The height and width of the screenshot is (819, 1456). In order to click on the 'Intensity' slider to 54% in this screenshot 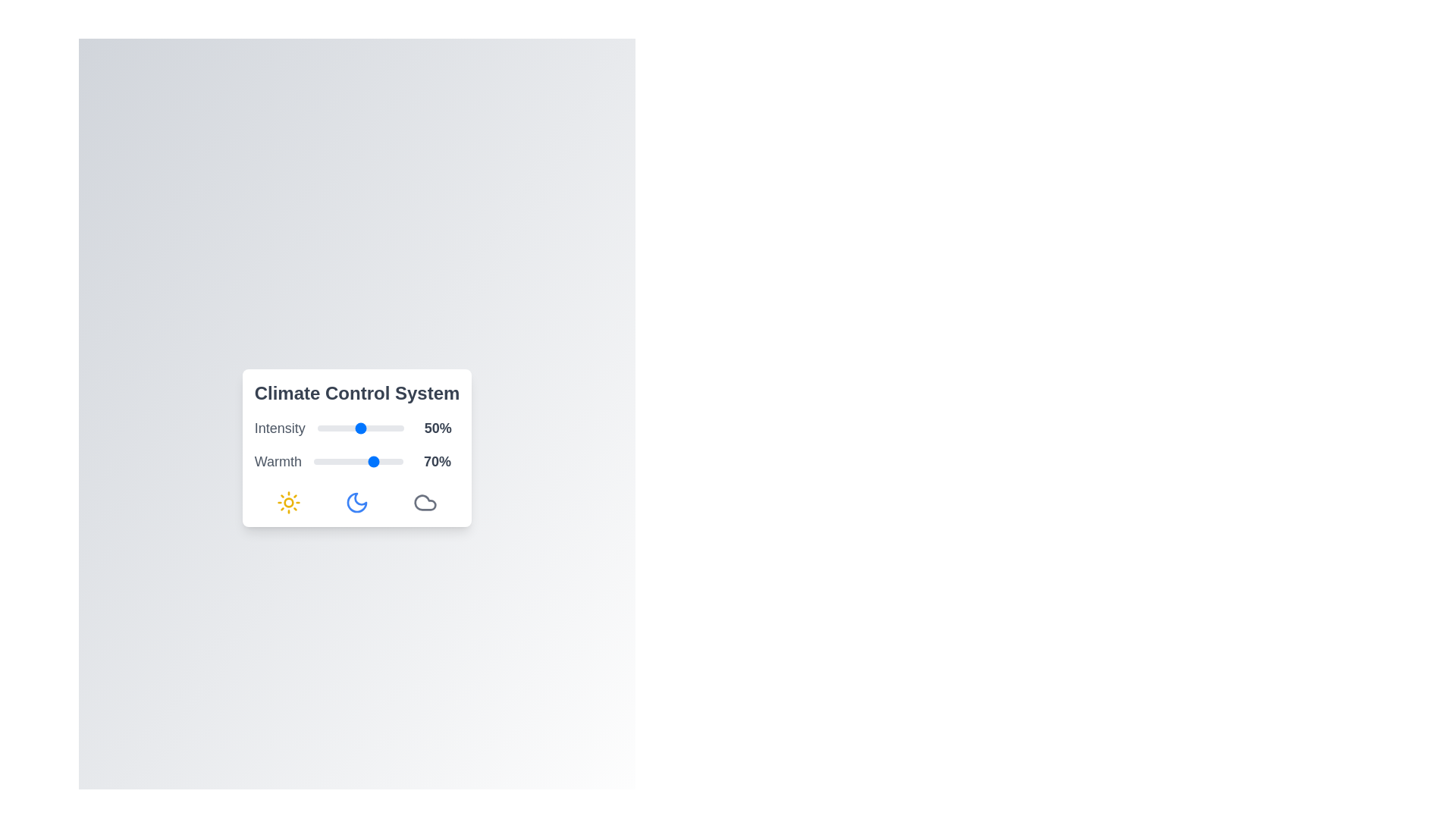, I will do `click(364, 428)`.